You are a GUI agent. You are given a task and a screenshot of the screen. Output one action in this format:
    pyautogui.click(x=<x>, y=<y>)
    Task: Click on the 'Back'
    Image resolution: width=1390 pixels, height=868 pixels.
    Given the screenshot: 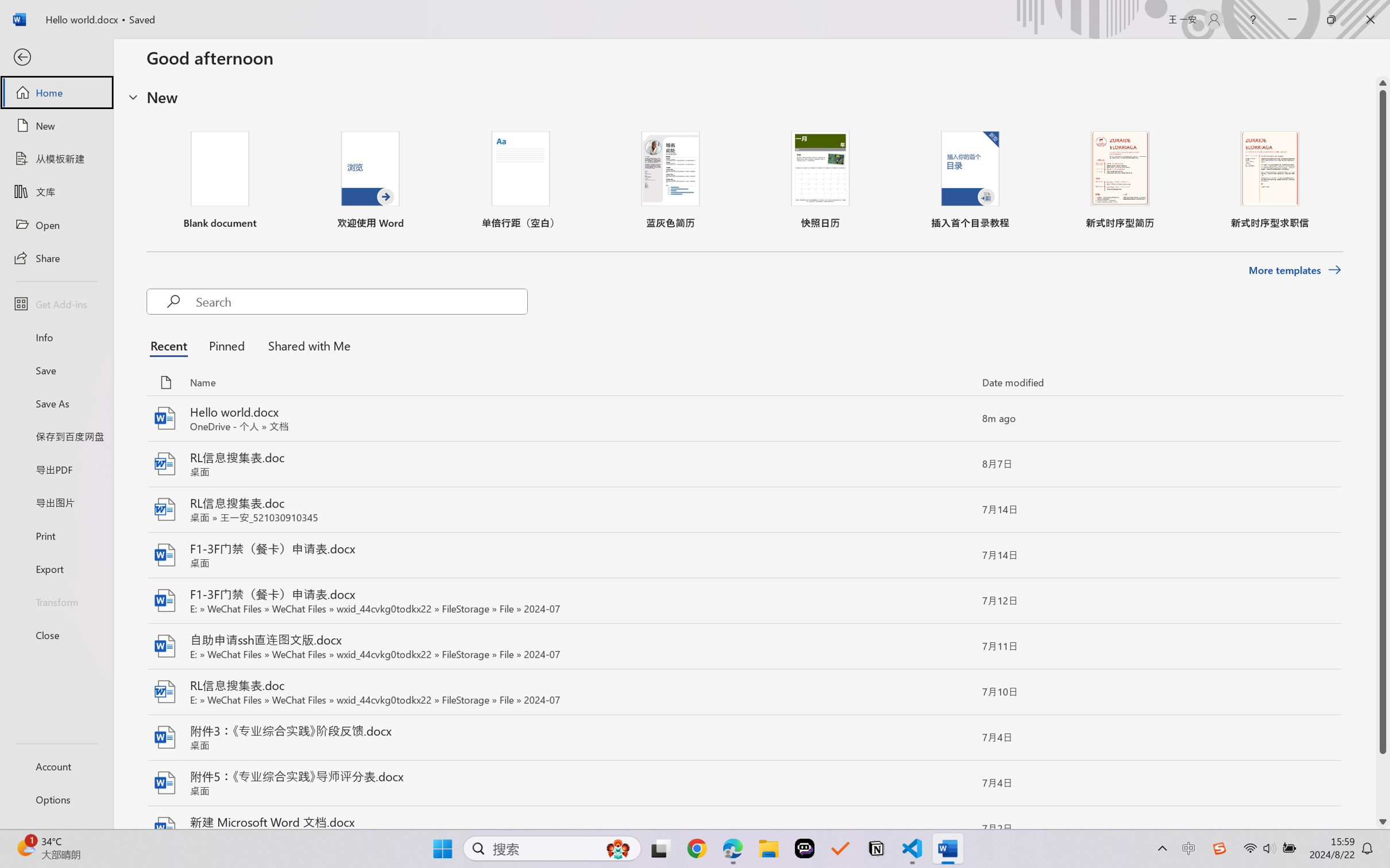 What is the action you would take?
    pyautogui.click(x=56, y=57)
    